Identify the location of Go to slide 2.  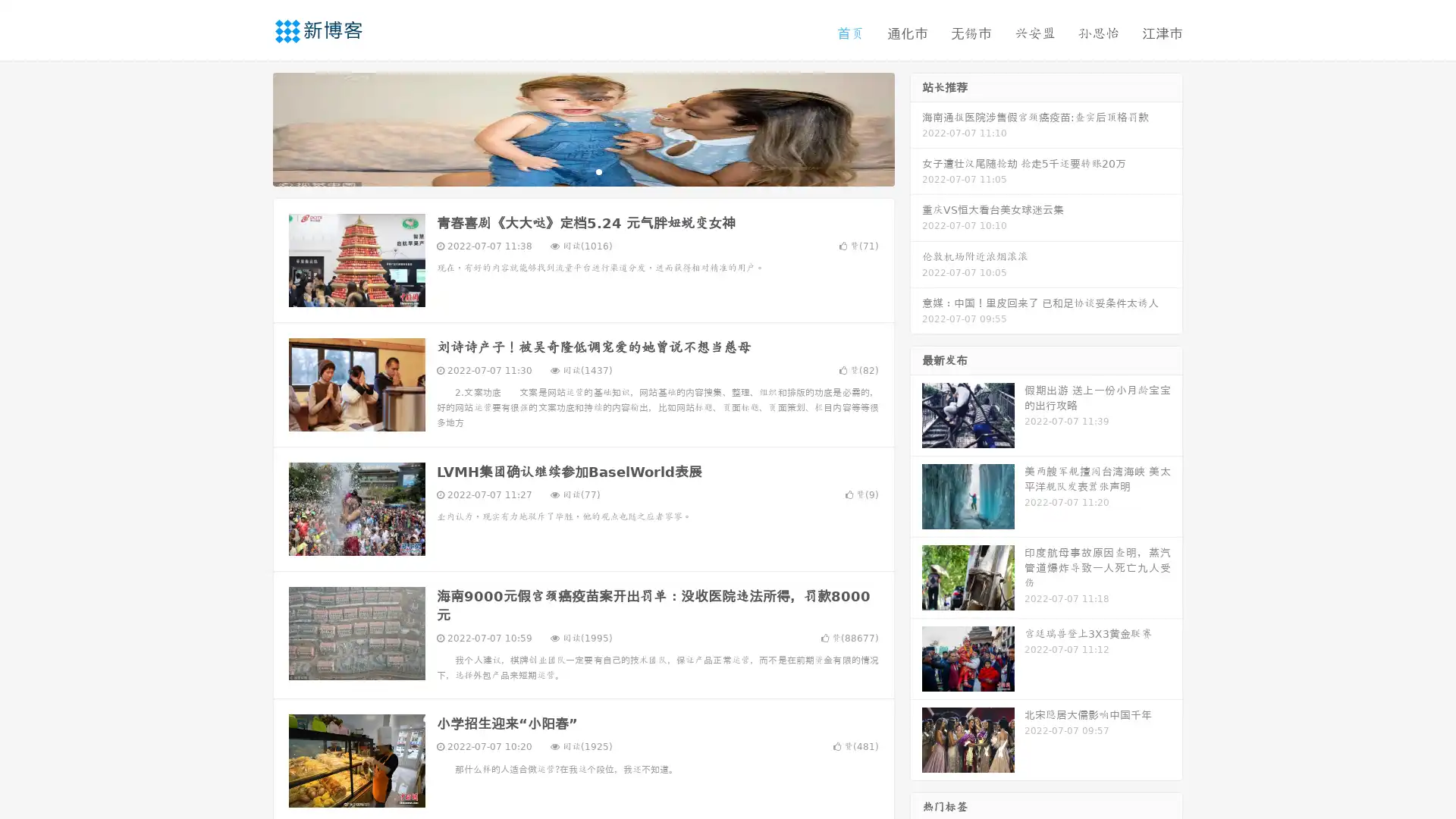
(582, 171).